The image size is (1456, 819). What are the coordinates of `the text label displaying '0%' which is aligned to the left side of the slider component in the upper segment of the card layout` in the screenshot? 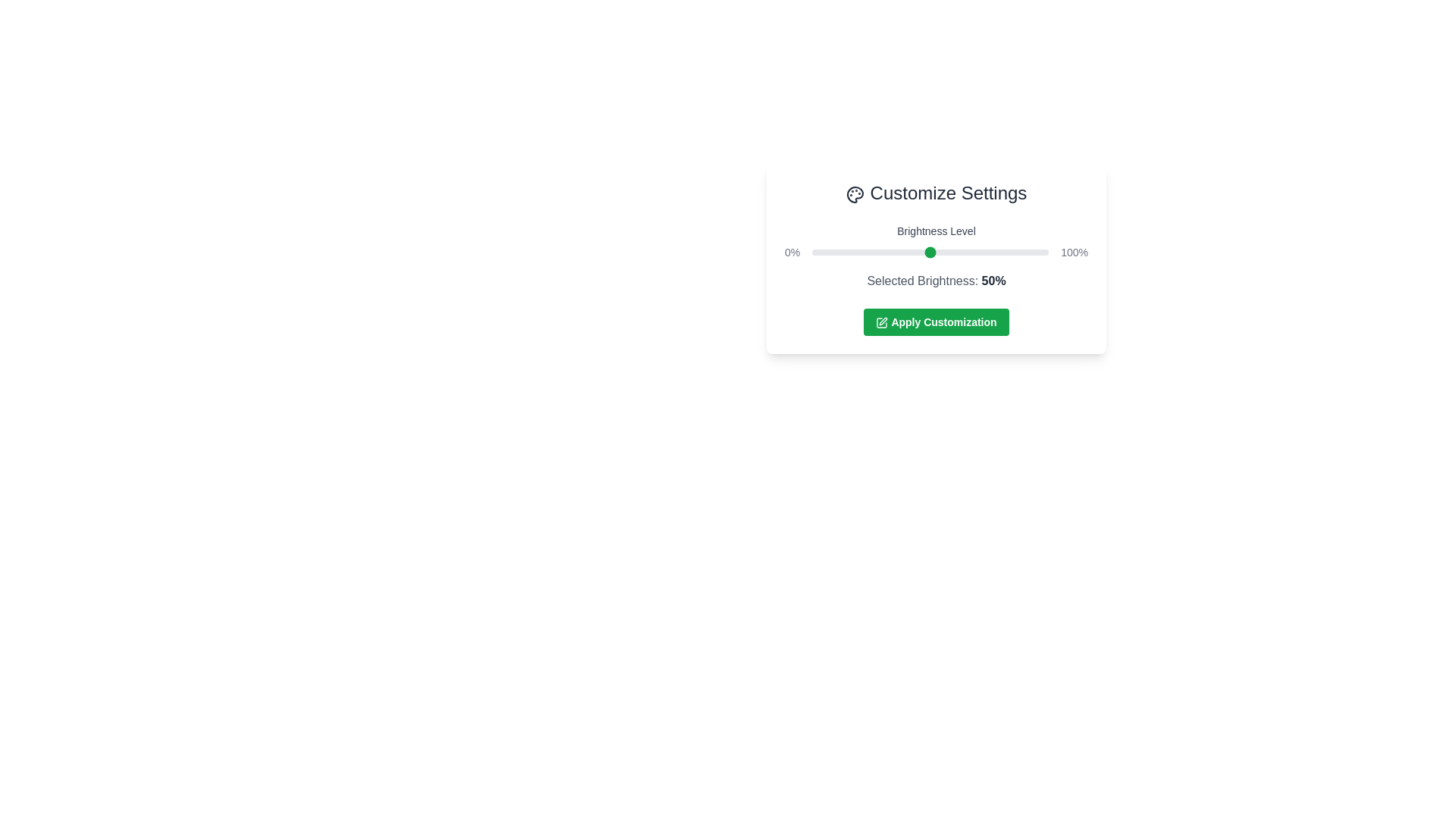 It's located at (792, 251).